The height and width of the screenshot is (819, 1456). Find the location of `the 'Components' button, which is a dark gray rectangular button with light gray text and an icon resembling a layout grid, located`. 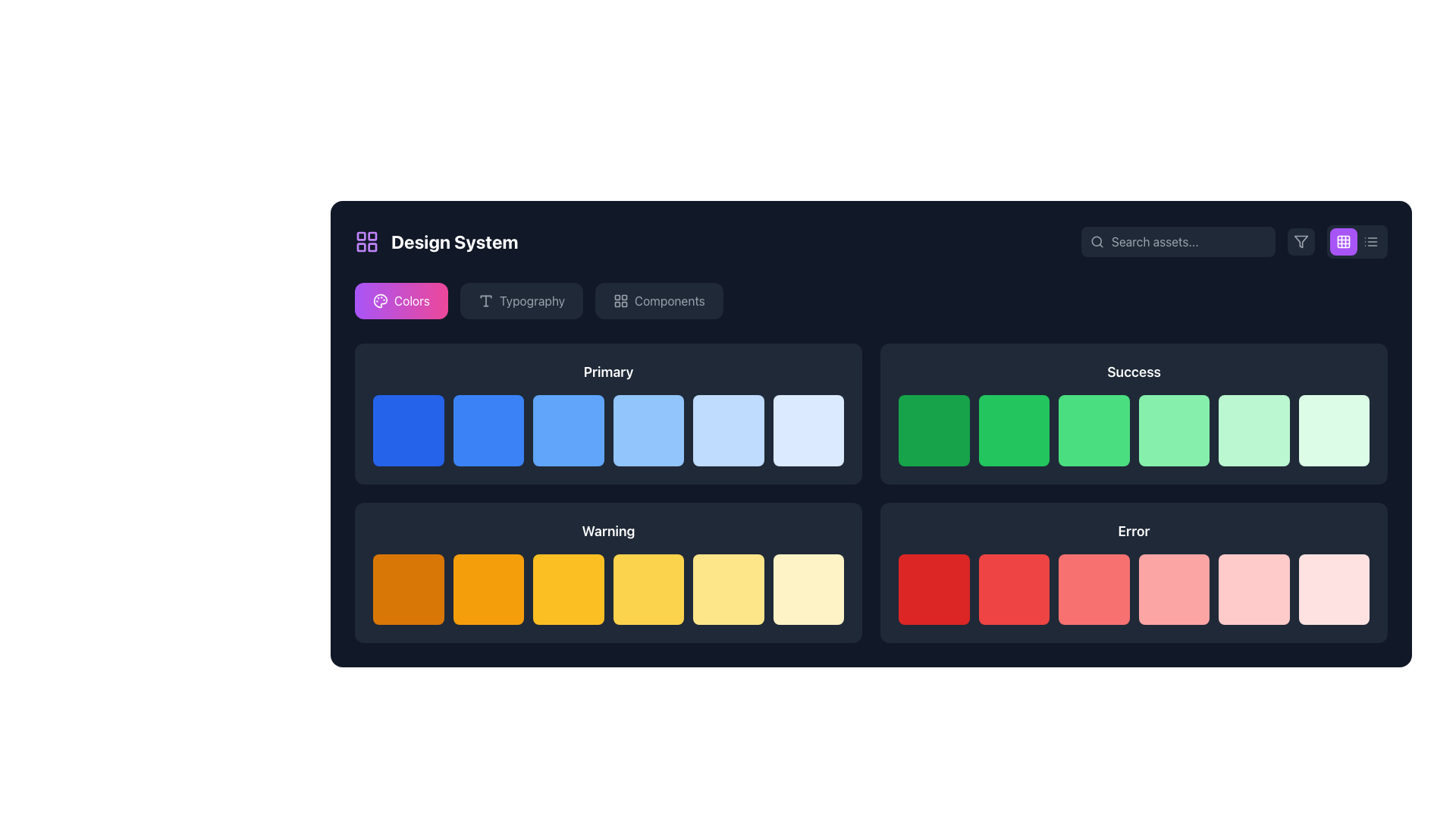

the 'Components' button, which is a dark gray rectangular button with light gray text and an icon resembling a layout grid, located is located at coordinates (659, 301).